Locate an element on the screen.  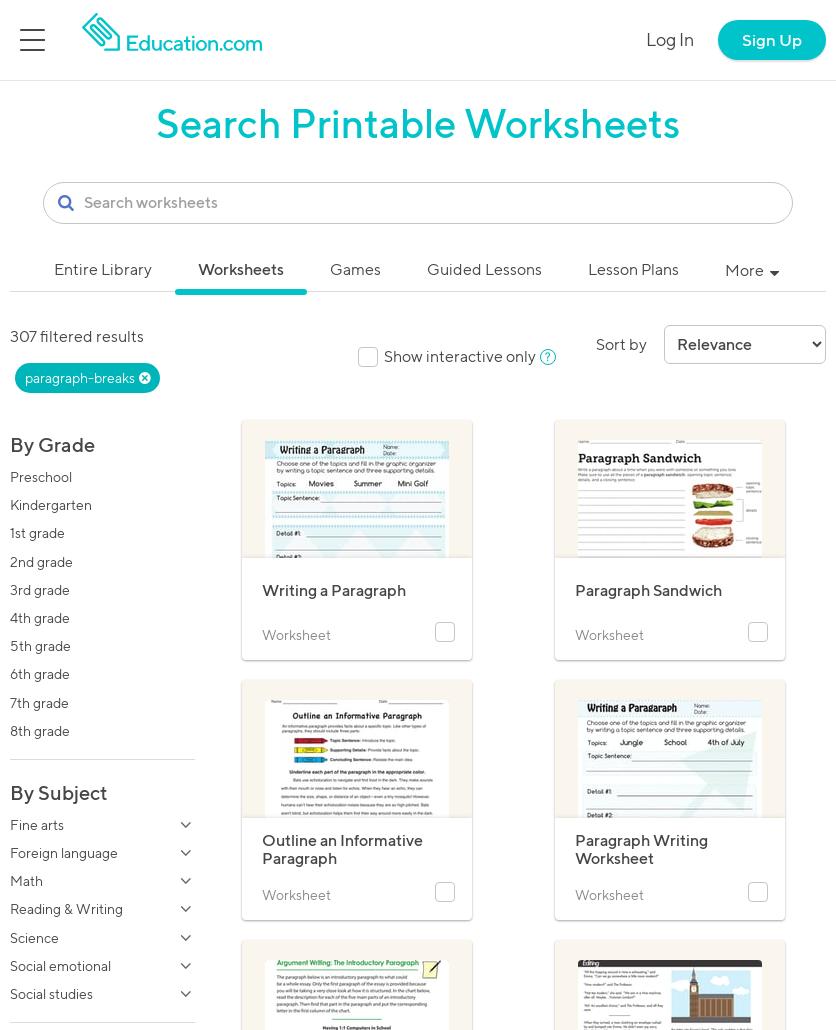
'paragraph-breaks' is located at coordinates (80, 378).